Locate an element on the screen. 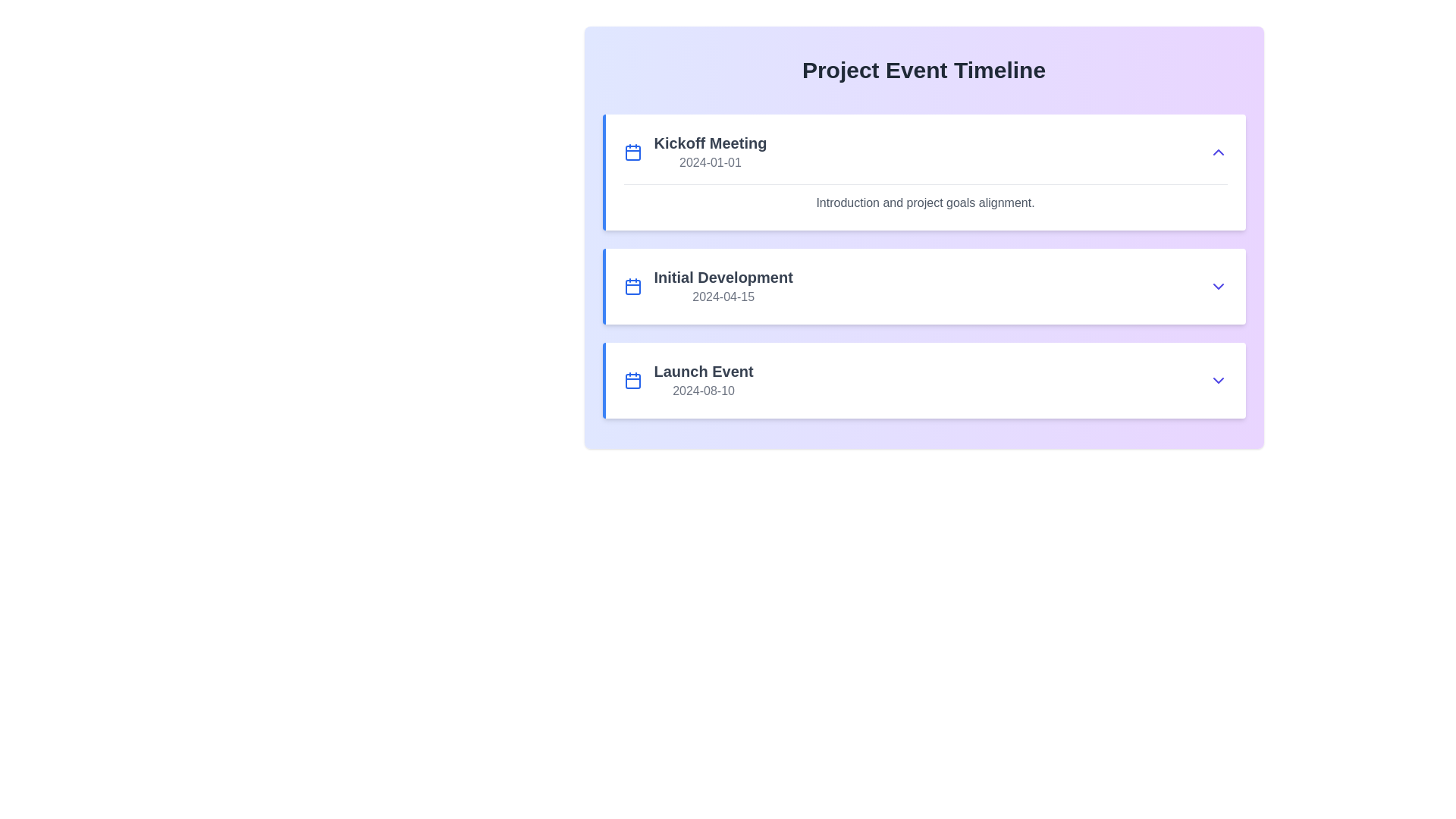  the calendar icon, which is styled in blue and features a rectangular shape with tabs and a grid-like pattern, positioned to the left of 'Kickoff Meeting 2024-01-01' in the top event card of the timeline component is located at coordinates (632, 152).